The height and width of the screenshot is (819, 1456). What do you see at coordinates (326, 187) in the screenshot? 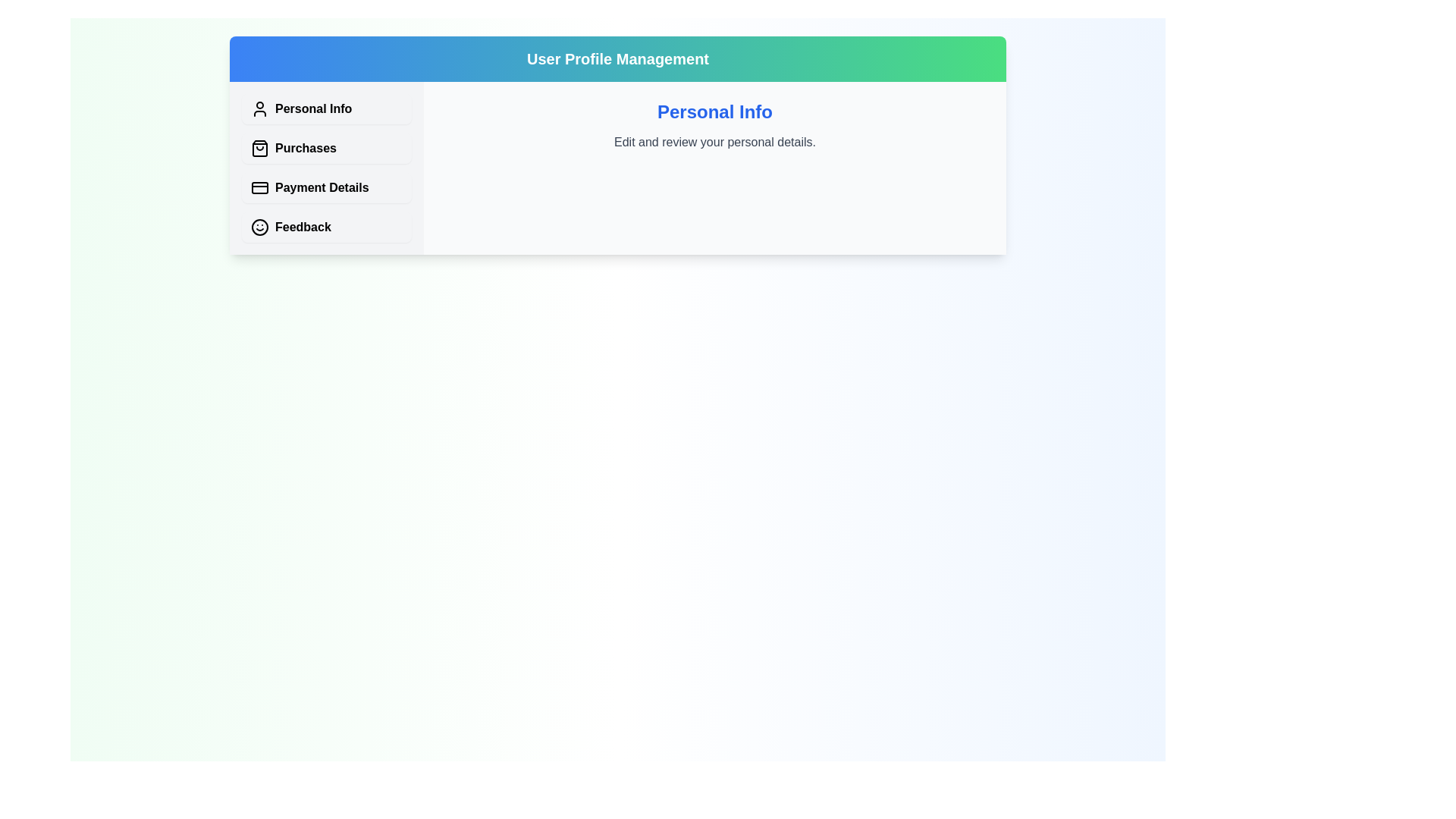
I see `the tab corresponding to Payment Details to view its content` at bounding box center [326, 187].